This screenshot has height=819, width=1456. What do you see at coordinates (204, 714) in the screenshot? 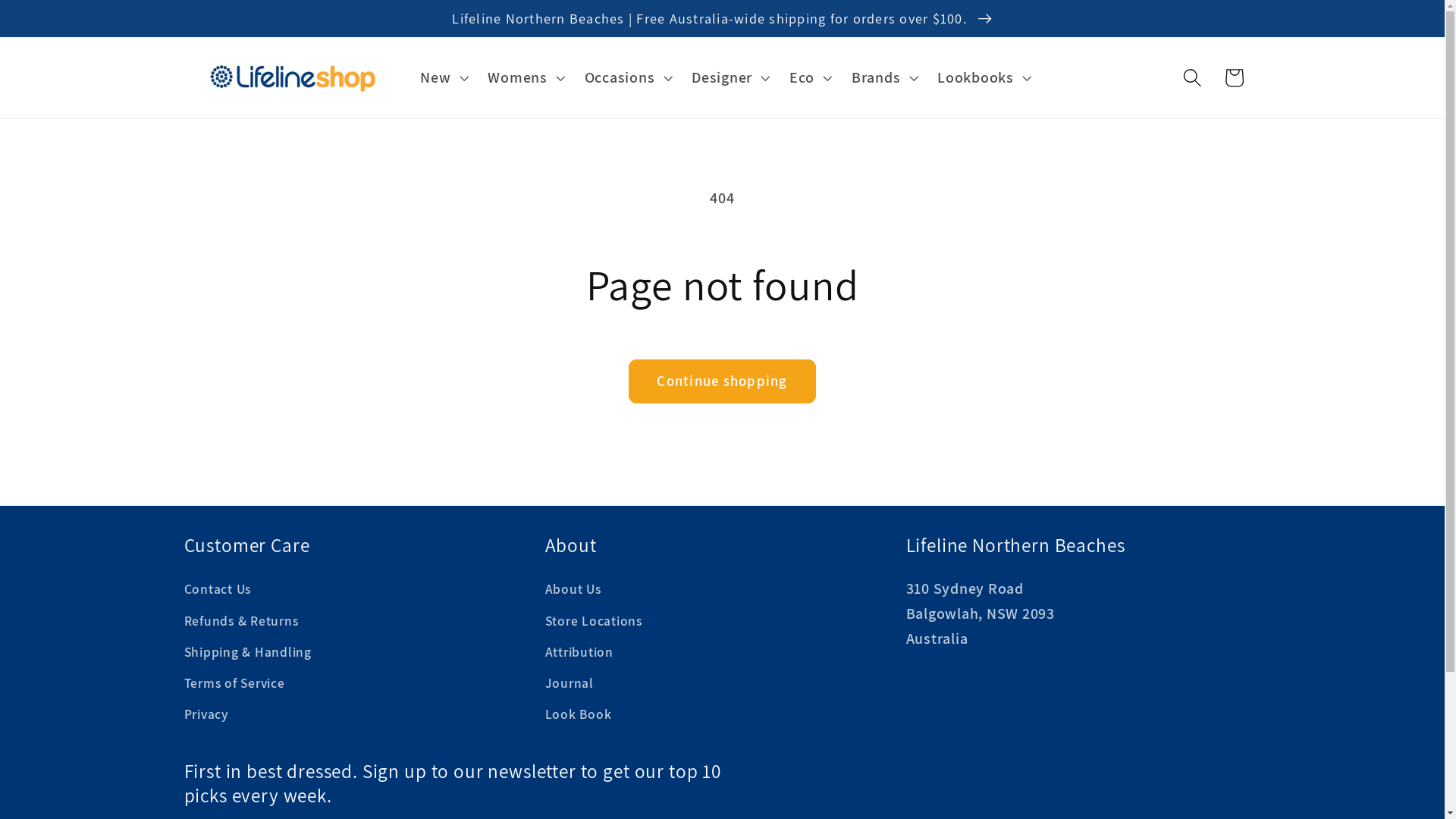
I see `'Privacy'` at bounding box center [204, 714].